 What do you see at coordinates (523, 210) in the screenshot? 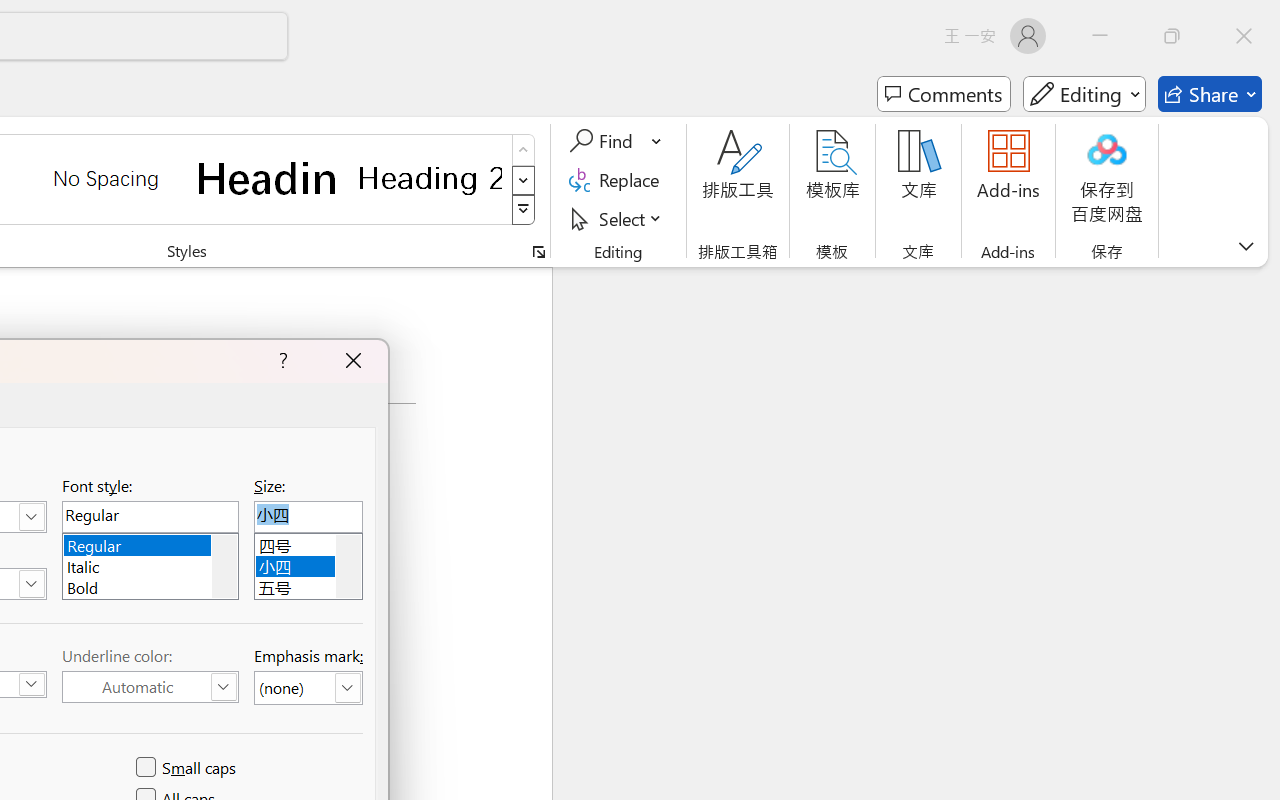
I see `'Styles'` at bounding box center [523, 210].